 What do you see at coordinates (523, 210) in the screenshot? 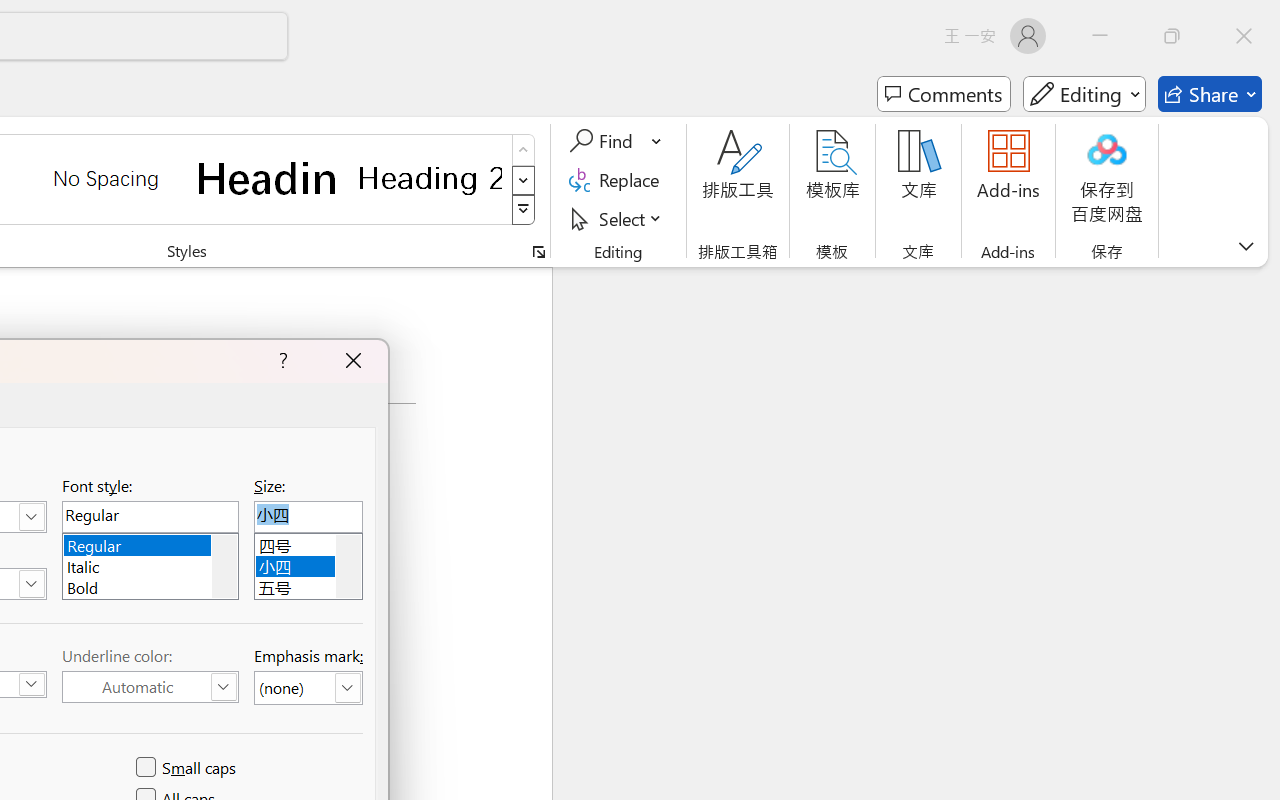
I see `'Styles'` at bounding box center [523, 210].